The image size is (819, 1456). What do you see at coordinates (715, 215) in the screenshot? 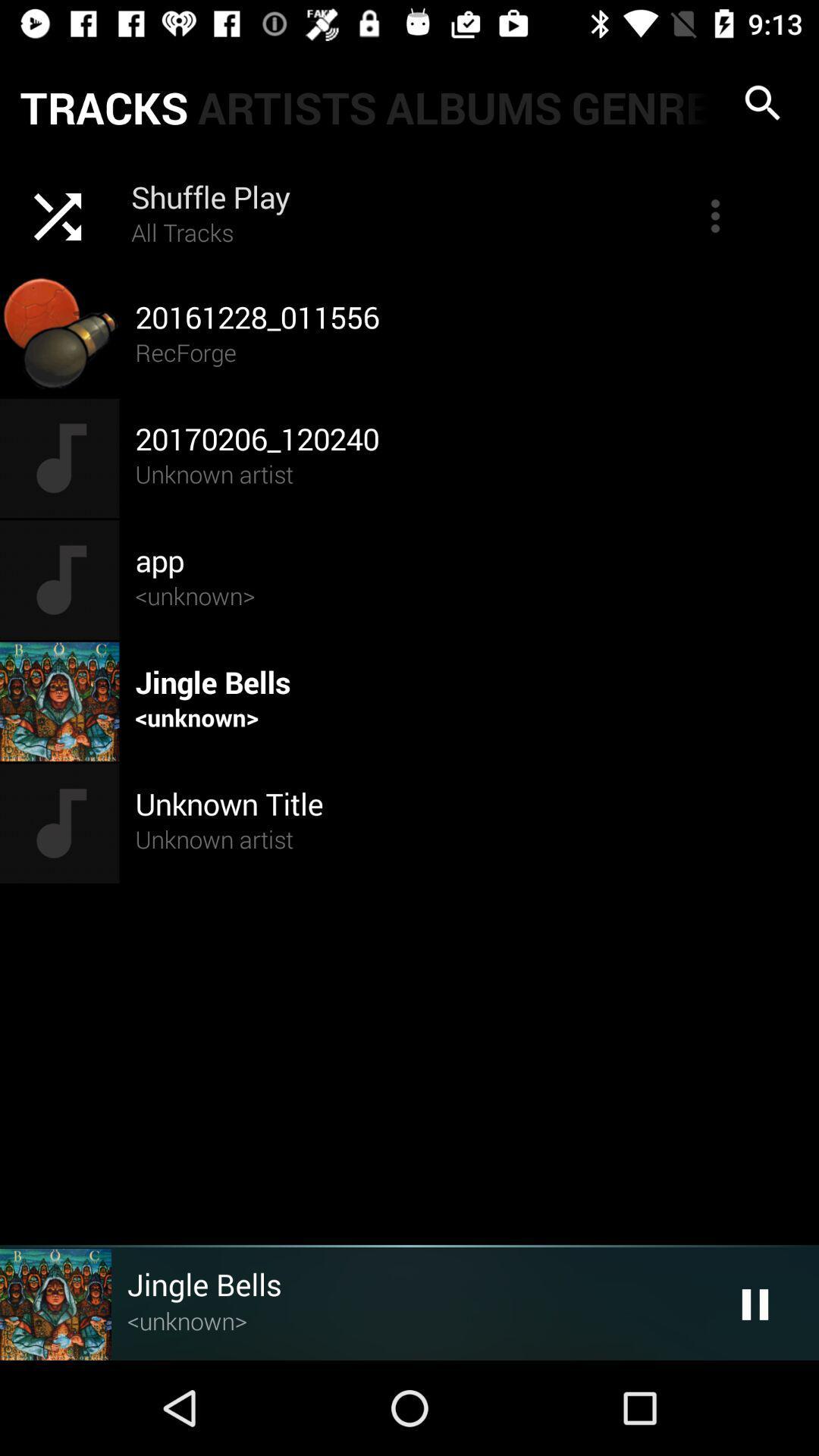
I see `more` at bounding box center [715, 215].